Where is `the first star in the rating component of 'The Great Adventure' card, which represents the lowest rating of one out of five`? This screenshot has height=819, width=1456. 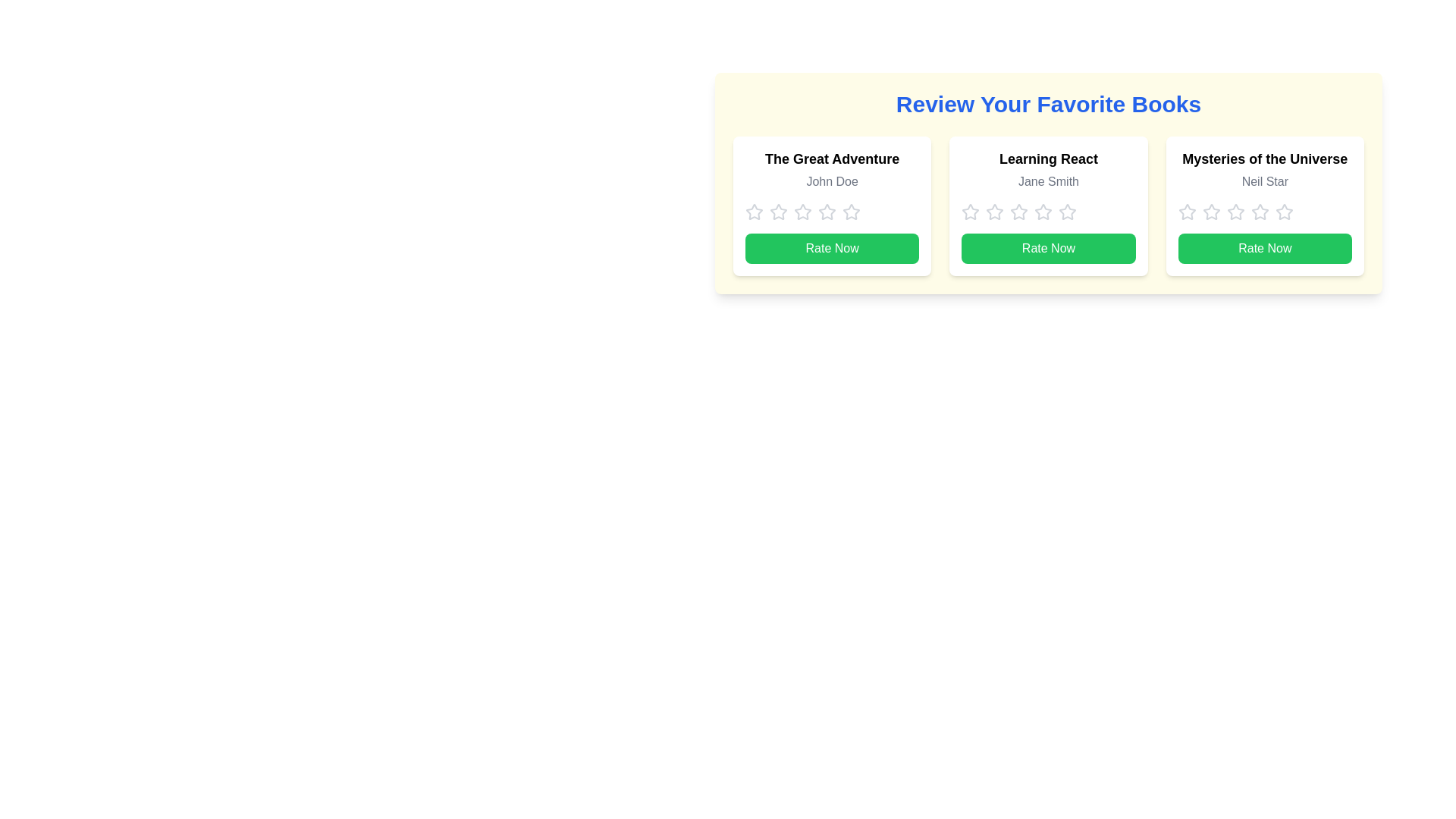
the first star in the rating component of 'The Great Adventure' card, which represents the lowest rating of one out of five is located at coordinates (754, 212).